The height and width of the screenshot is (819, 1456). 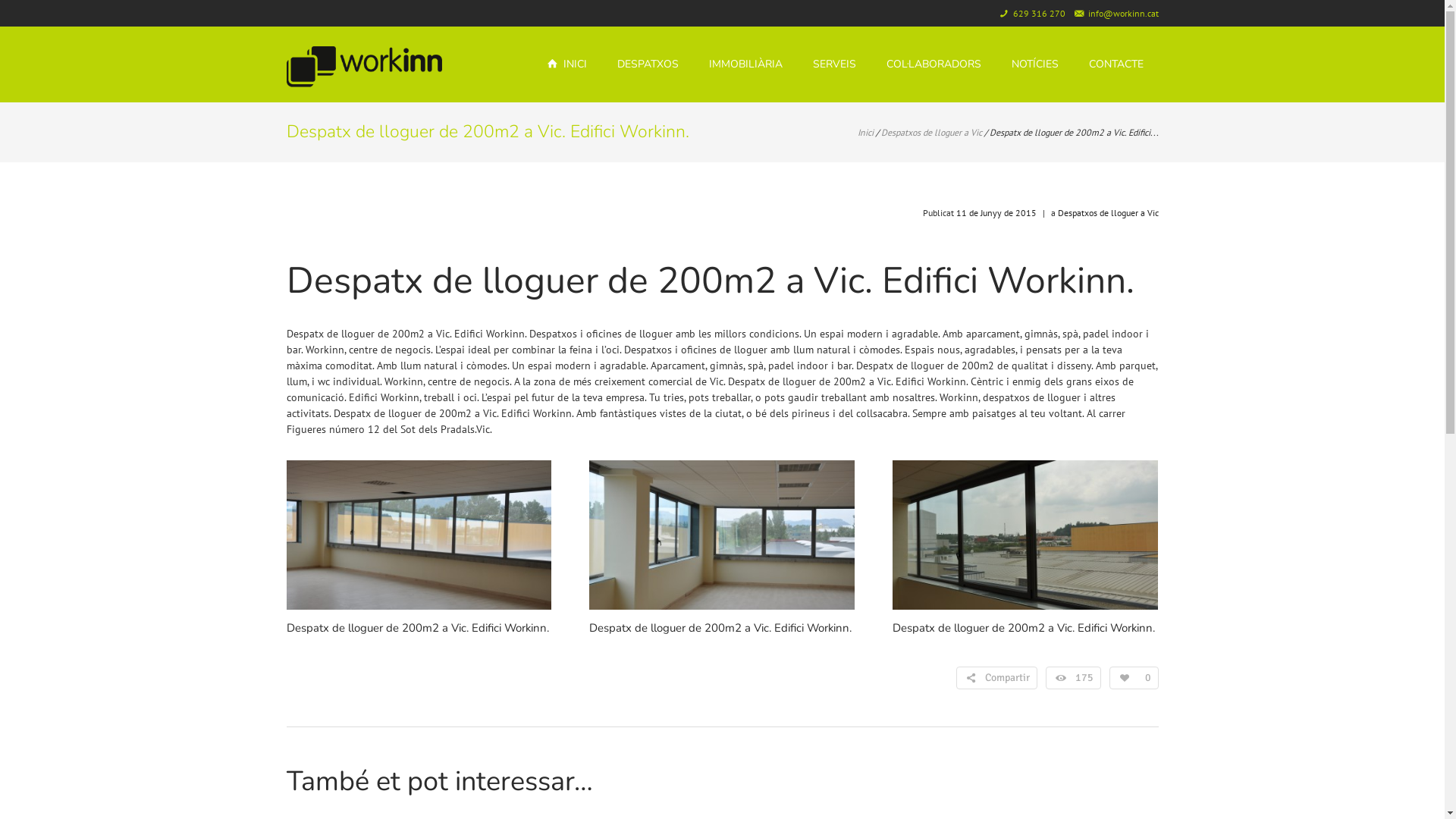 I want to click on 'info@workinn.cat', so click(x=1122, y=13).